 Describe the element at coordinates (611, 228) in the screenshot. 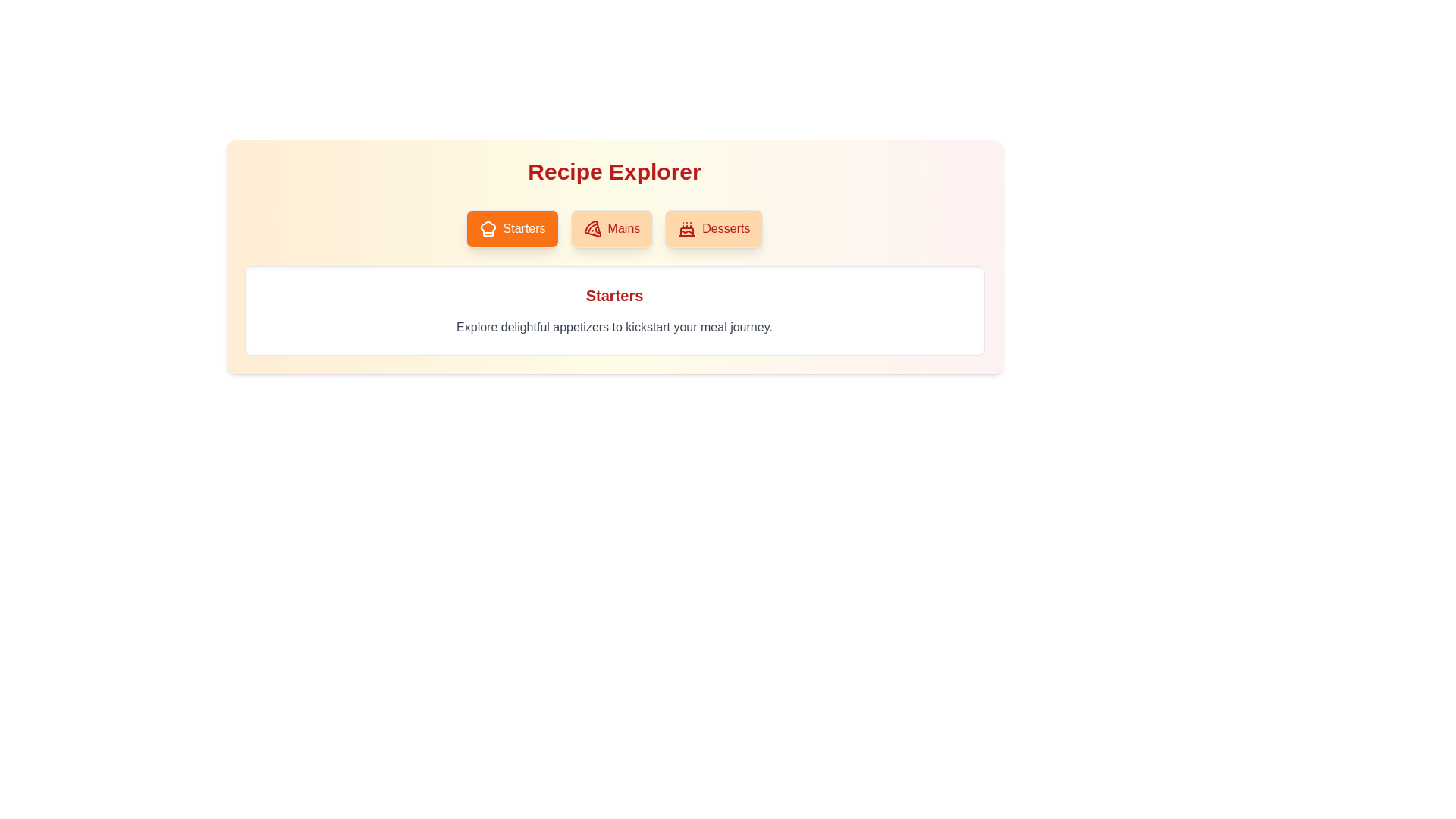

I see `the tab labeled Mains to view its content` at that location.